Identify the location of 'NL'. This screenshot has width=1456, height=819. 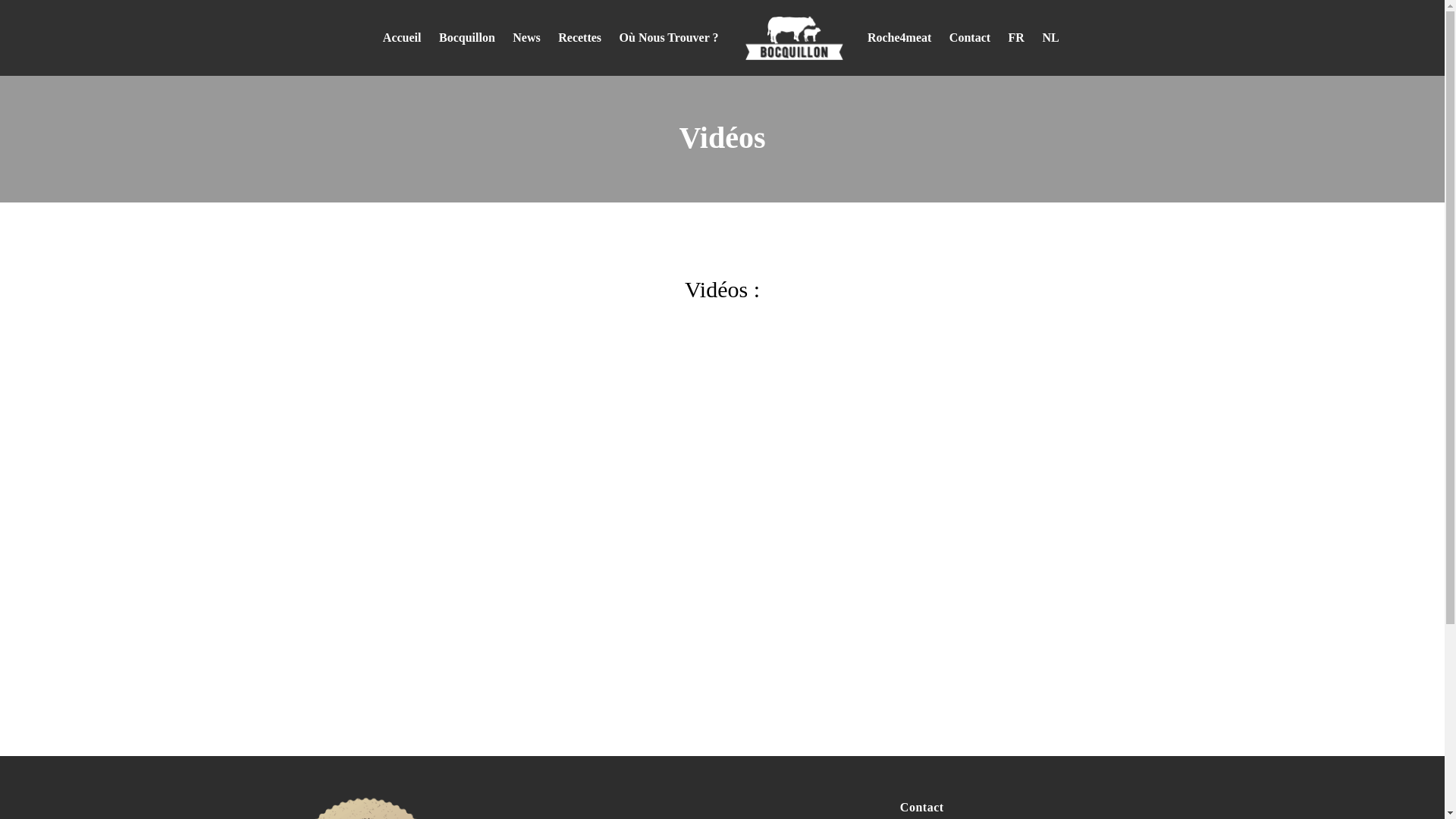
(1050, 37).